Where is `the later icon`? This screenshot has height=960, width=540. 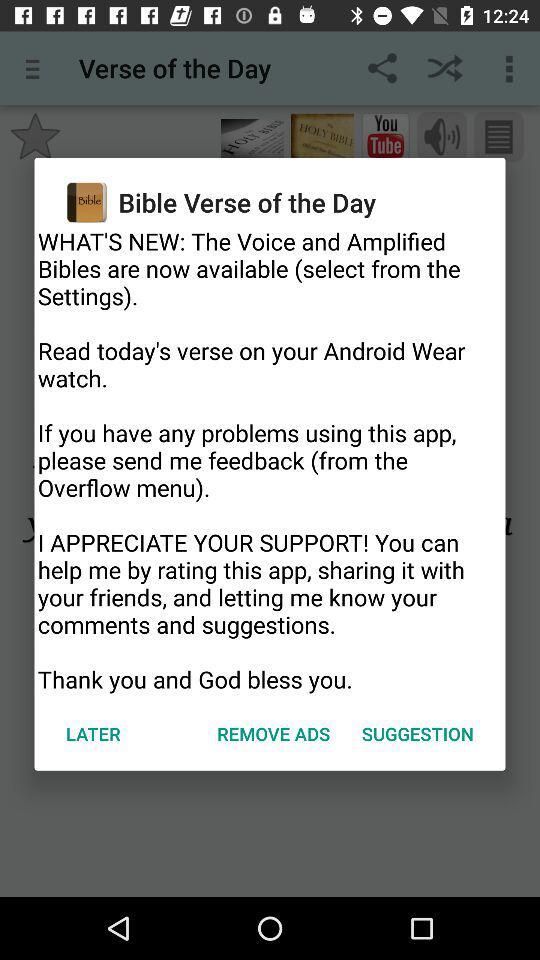 the later icon is located at coordinates (92, 732).